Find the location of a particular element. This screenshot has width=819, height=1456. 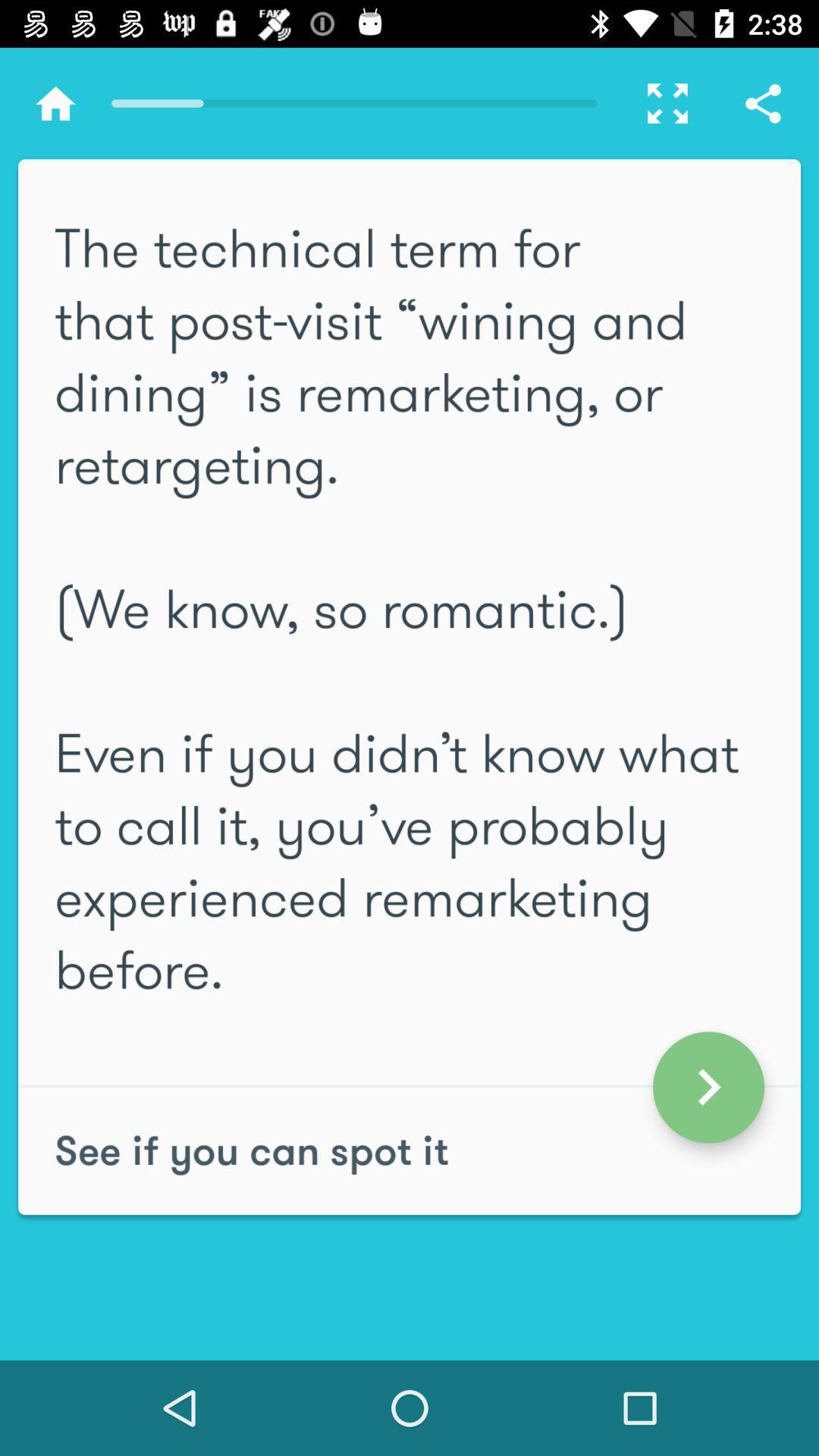

the share icon is located at coordinates (763, 102).